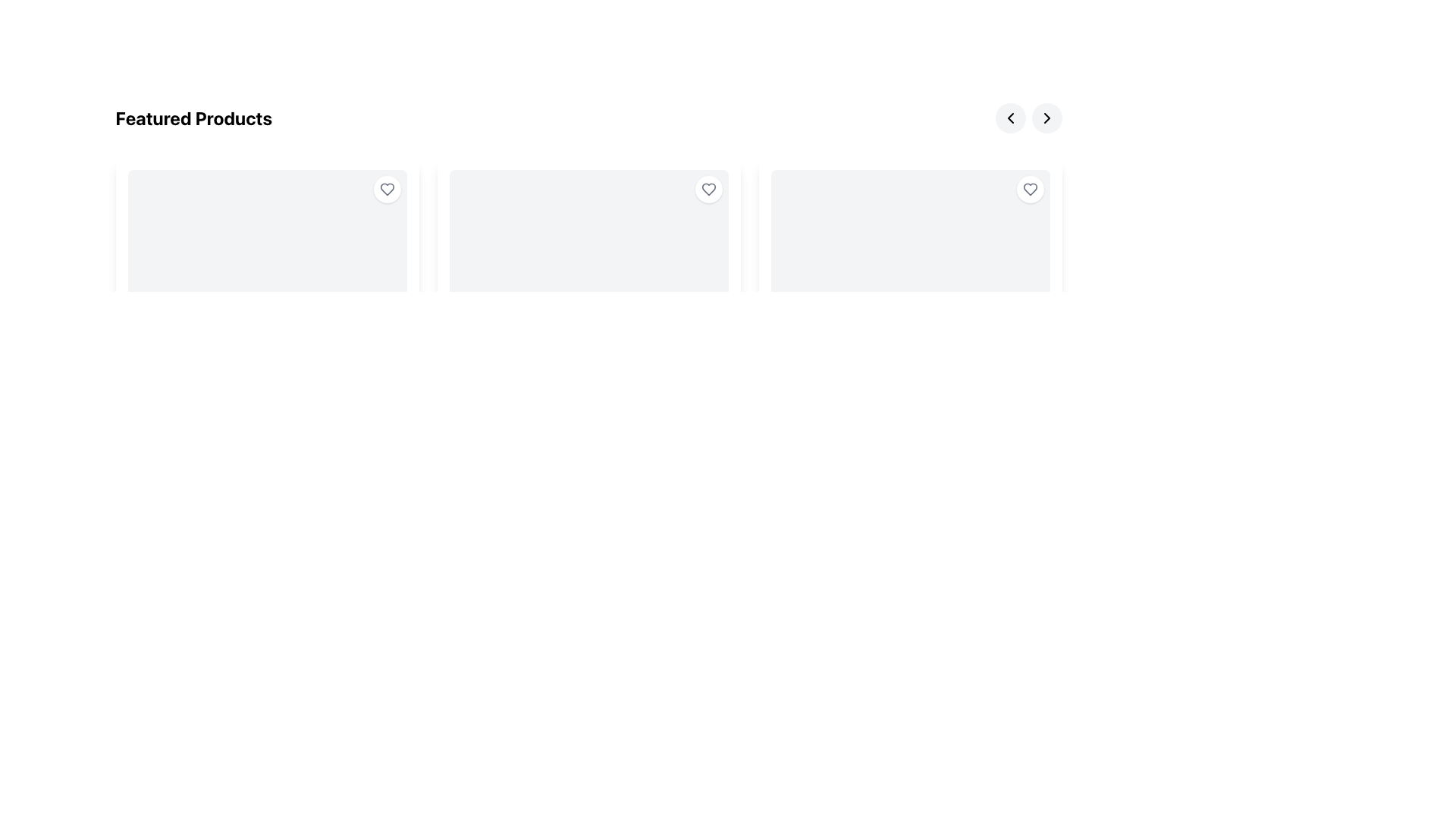 This screenshot has height=819, width=1456. Describe the element at coordinates (387, 189) in the screenshot. I see `the outlined heart icon button located at the top-right corner of the product card, which turns red when hovered` at that location.